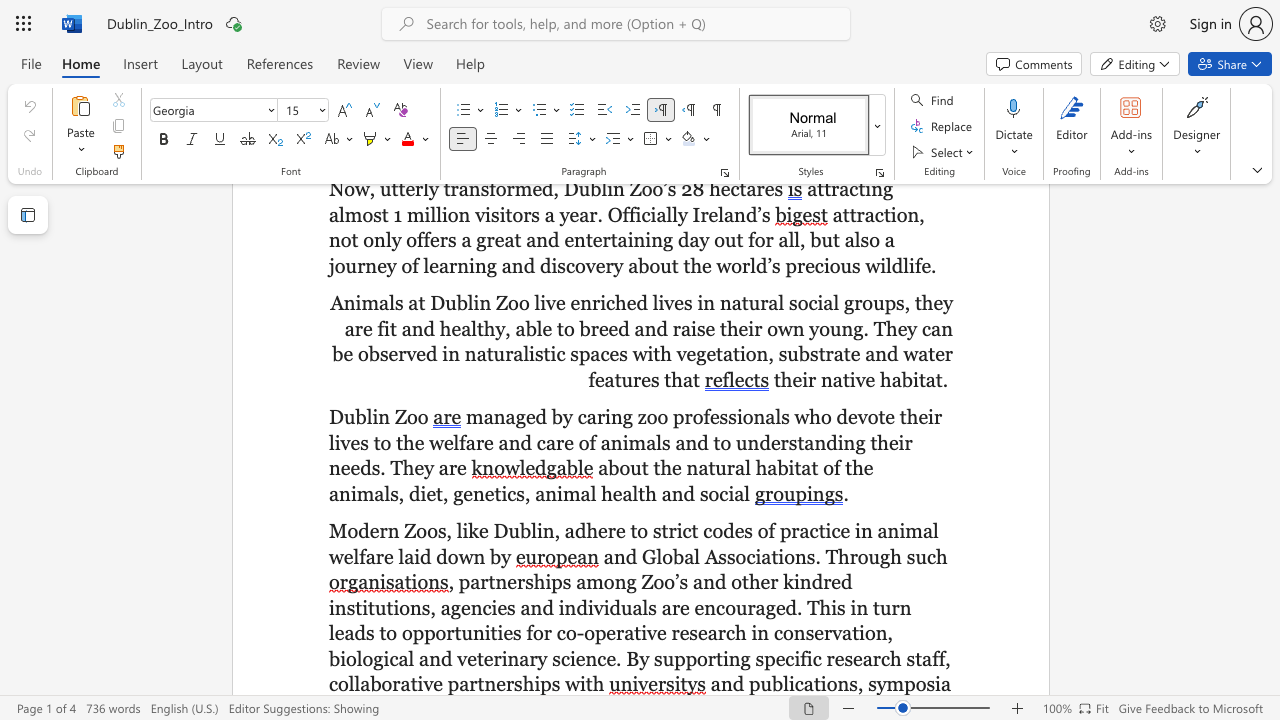 Image resolution: width=1280 pixels, height=720 pixels. Describe the element at coordinates (710, 683) in the screenshot. I see `the subset text "and publicat" within the text "and publications,"` at that location.